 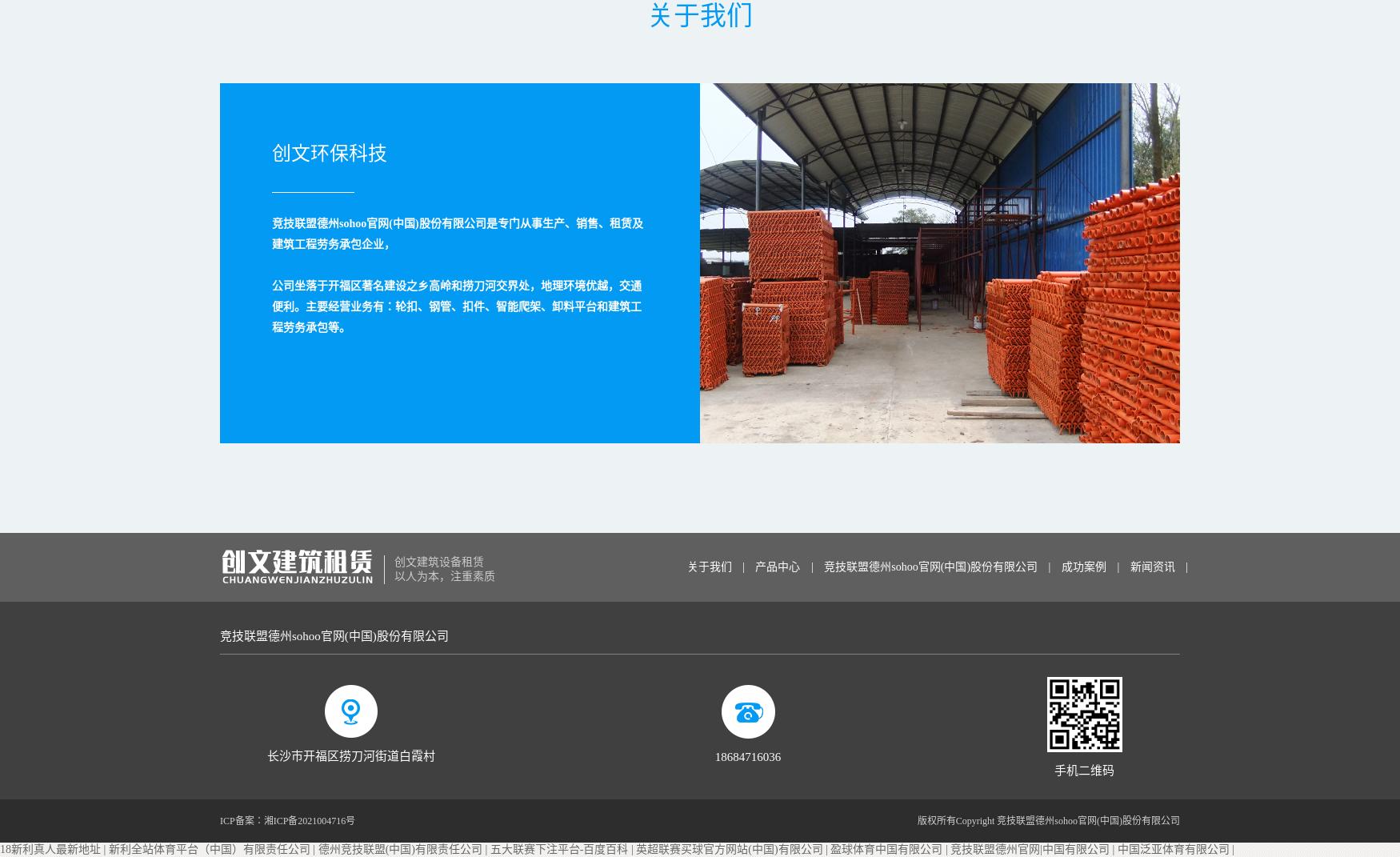 What do you see at coordinates (558, 849) in the screenshot?
I see `'五大联赛下注平台-百度百科'` at bounding box center [558, 849].